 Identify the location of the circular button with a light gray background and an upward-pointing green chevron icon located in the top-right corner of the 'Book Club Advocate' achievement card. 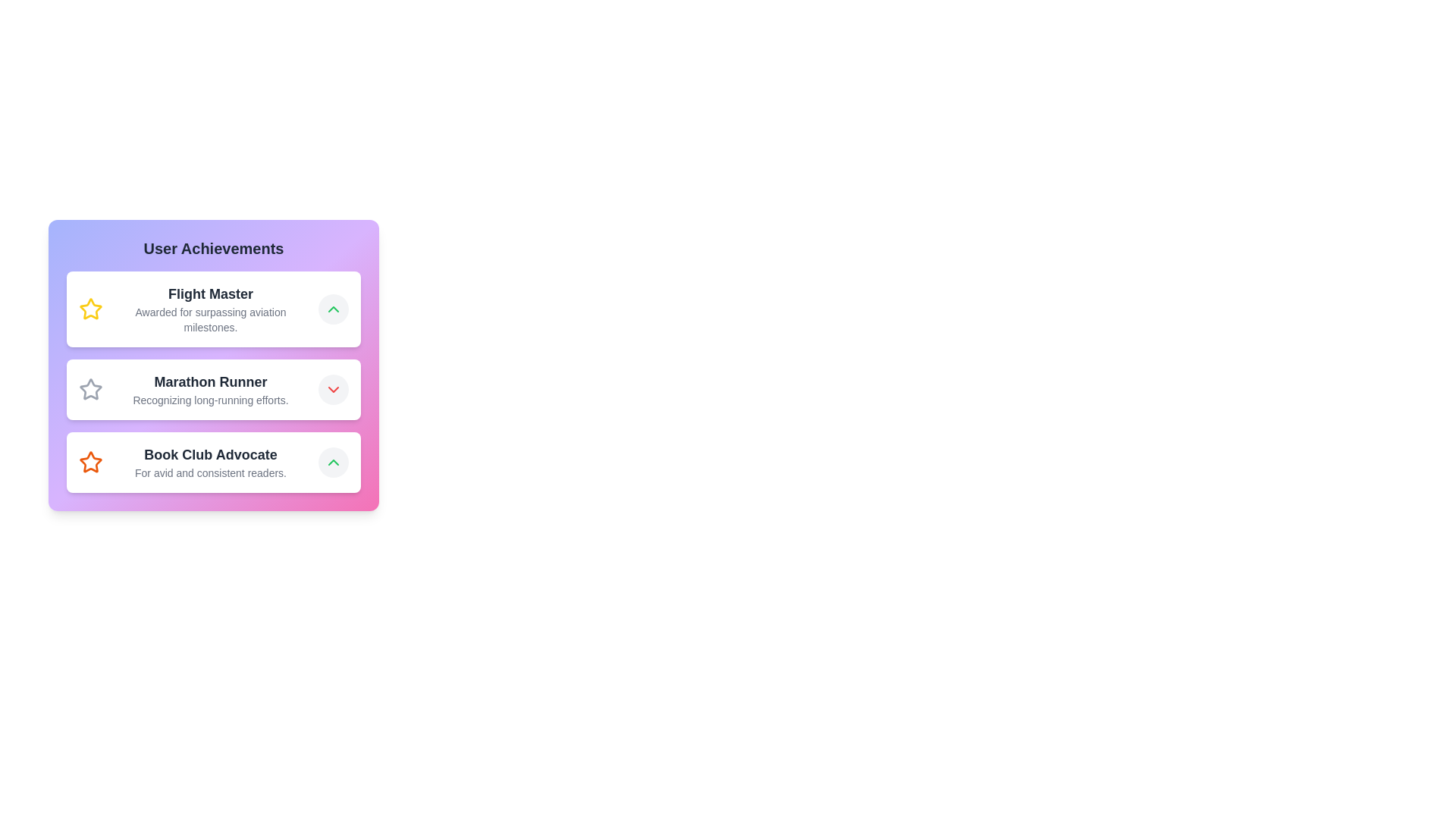
(333, 461).